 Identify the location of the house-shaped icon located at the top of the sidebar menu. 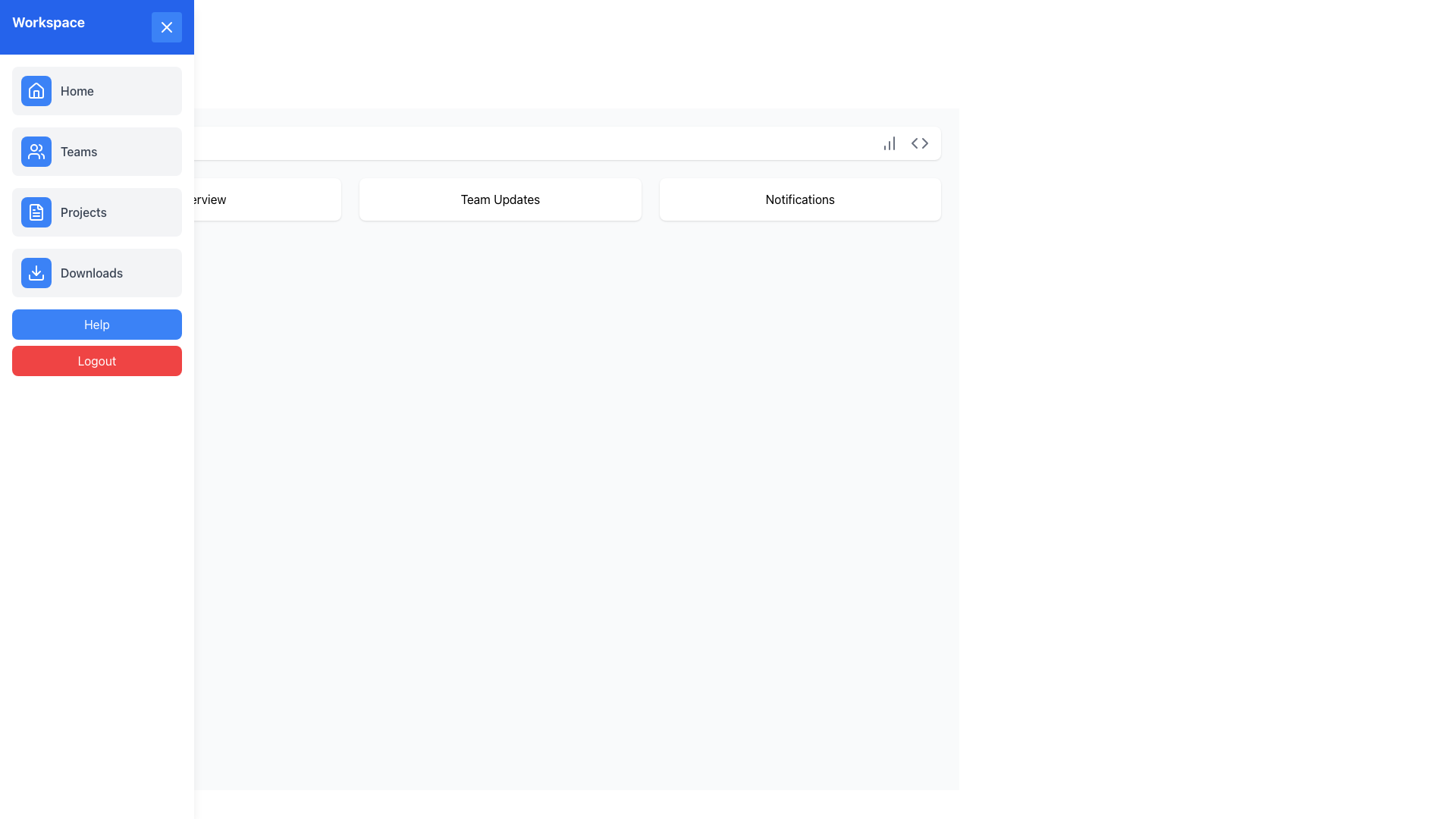
(36, 90).